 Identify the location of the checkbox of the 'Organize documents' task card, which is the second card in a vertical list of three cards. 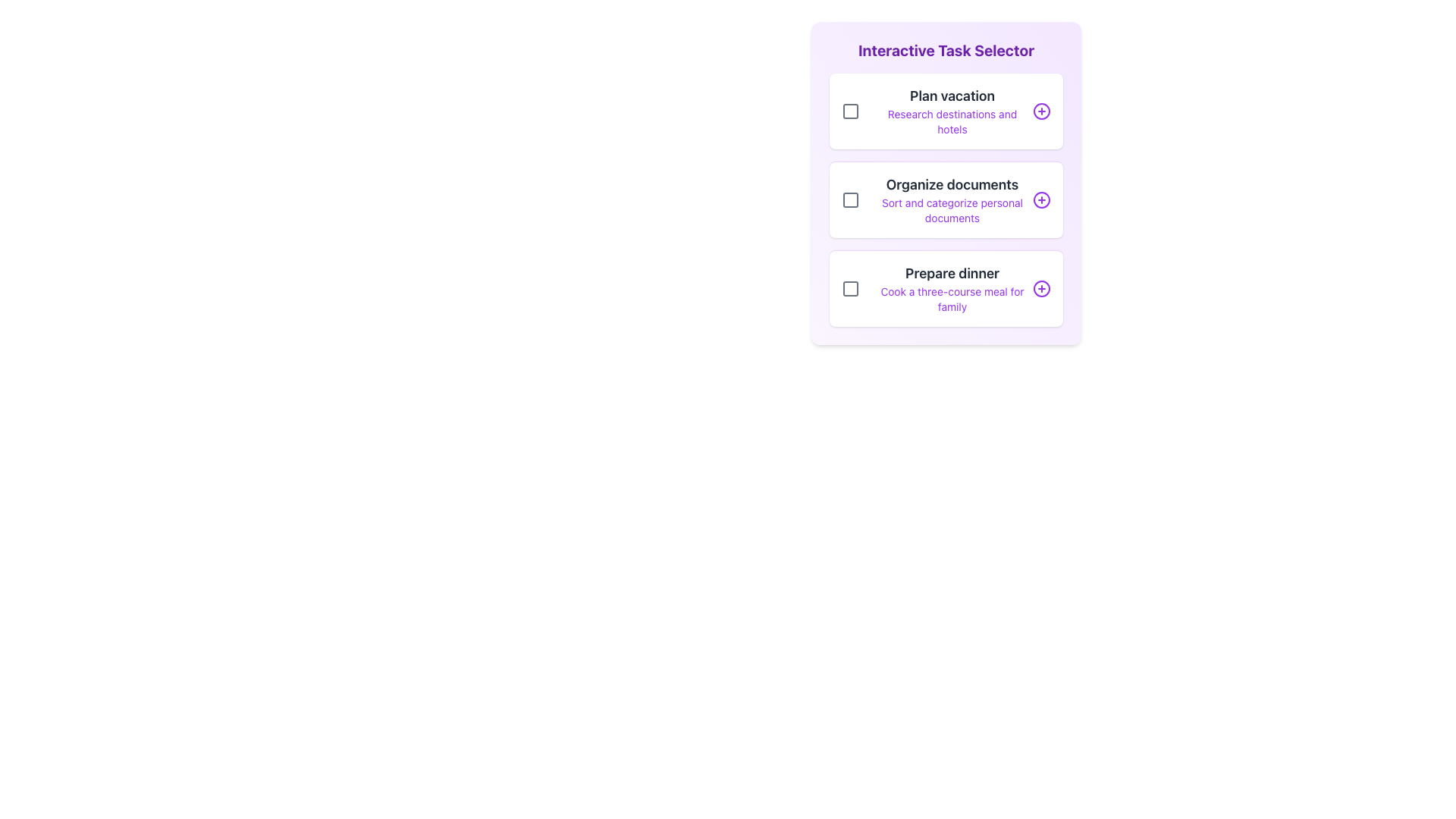
(946, 198).